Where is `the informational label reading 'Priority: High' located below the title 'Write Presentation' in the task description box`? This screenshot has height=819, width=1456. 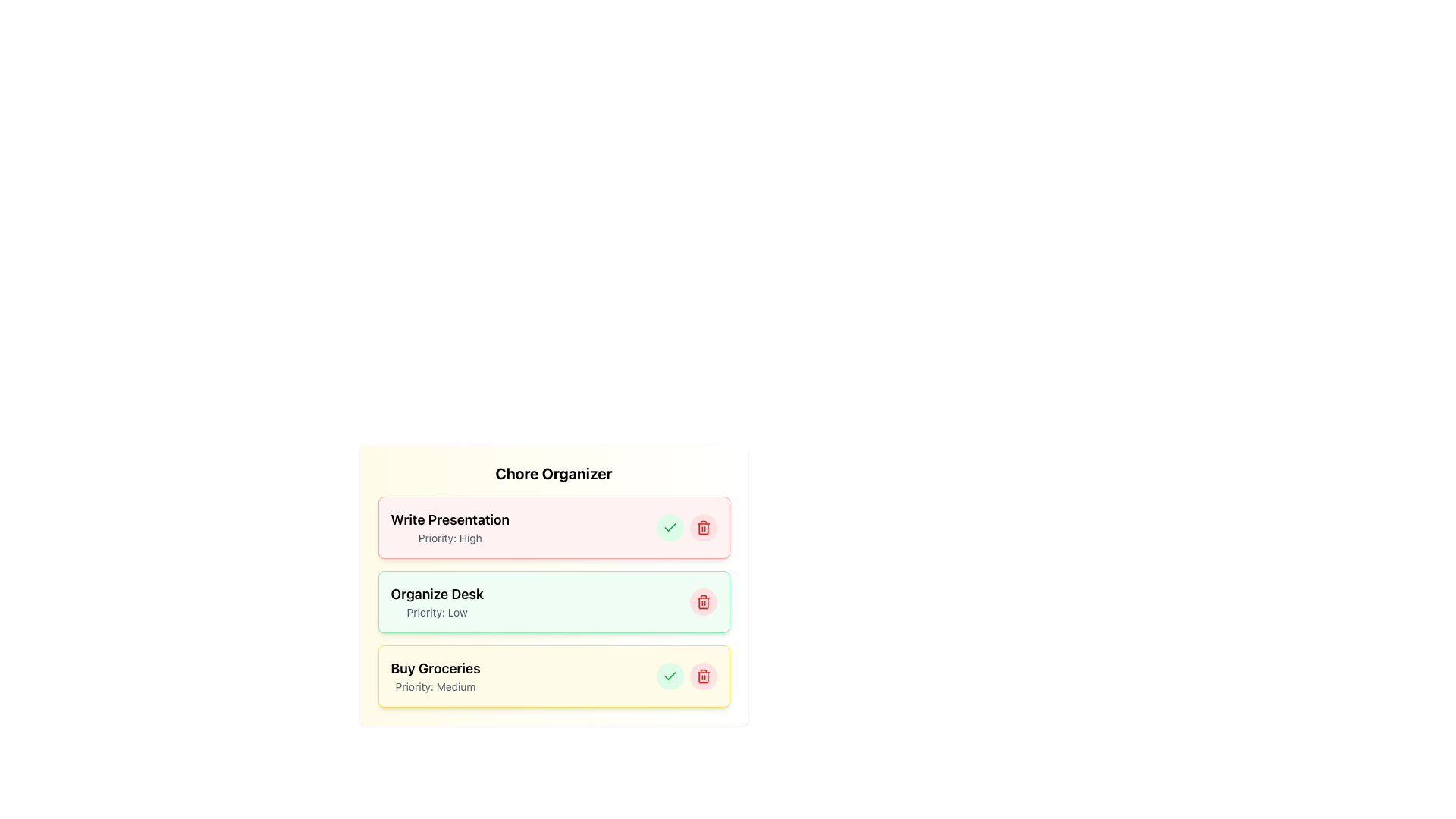
the informational label reading 'Priority: High' located below the title 'Write Presentation' in the task description box is located at coordinates (449, 537).